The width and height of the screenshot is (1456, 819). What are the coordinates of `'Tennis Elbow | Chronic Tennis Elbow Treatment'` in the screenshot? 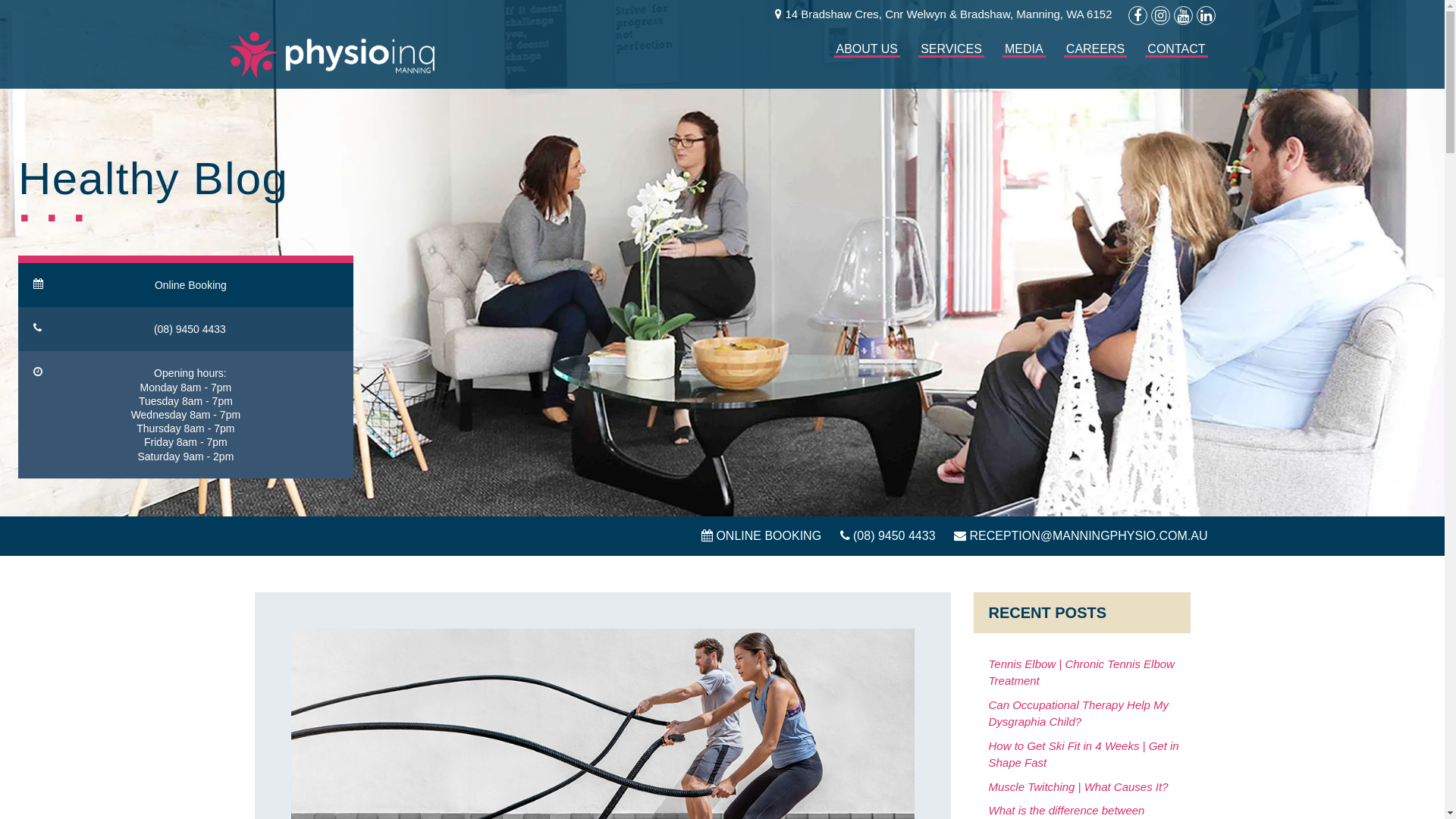 It's located at (1081, 672).